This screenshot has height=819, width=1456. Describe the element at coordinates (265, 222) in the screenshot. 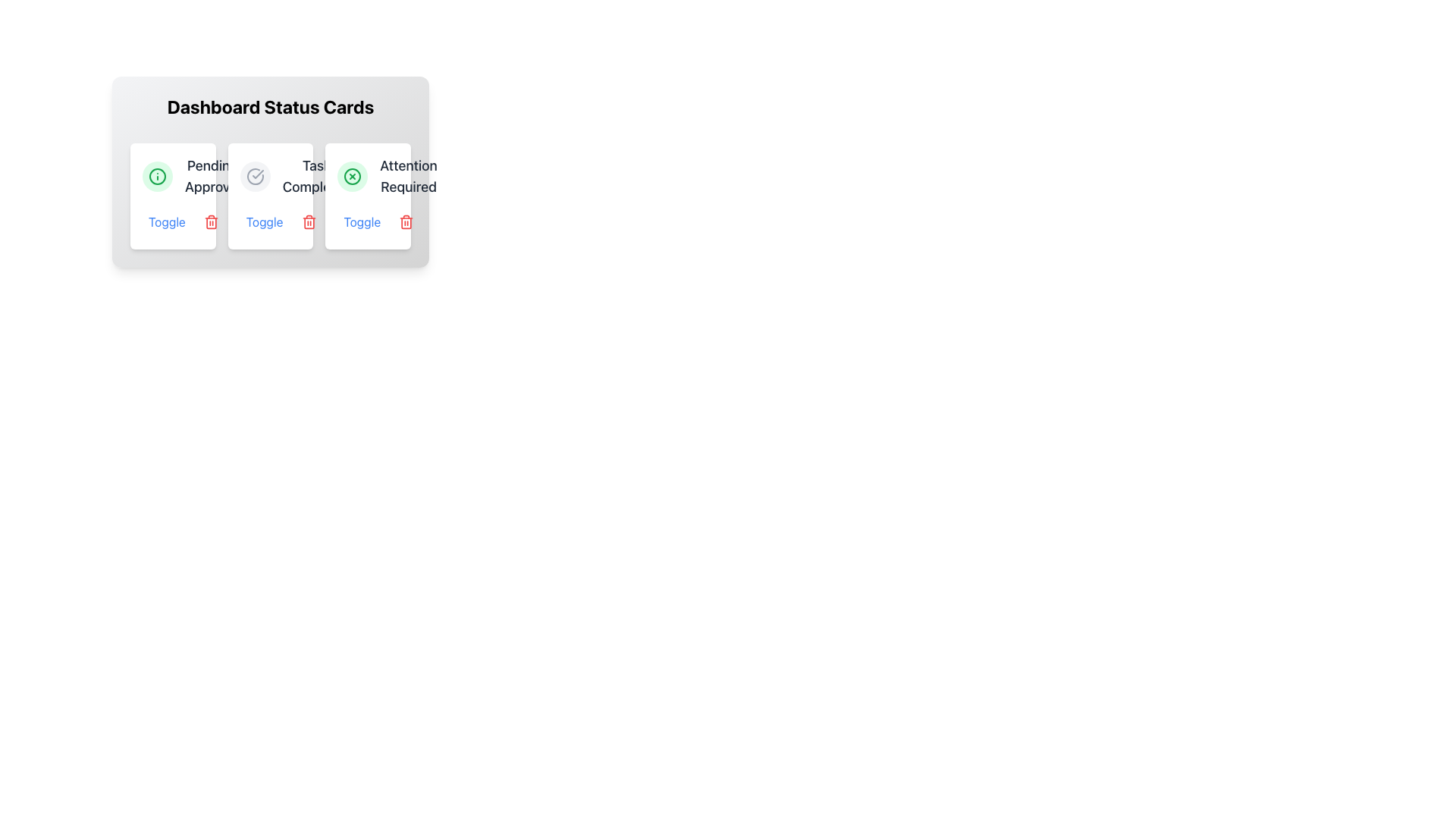

I see `the toggle button for controlling the 'Tasks Completed' status, located under the 'Tasks Completed' card in the 'Dashboard Status Cards' section` at that location.